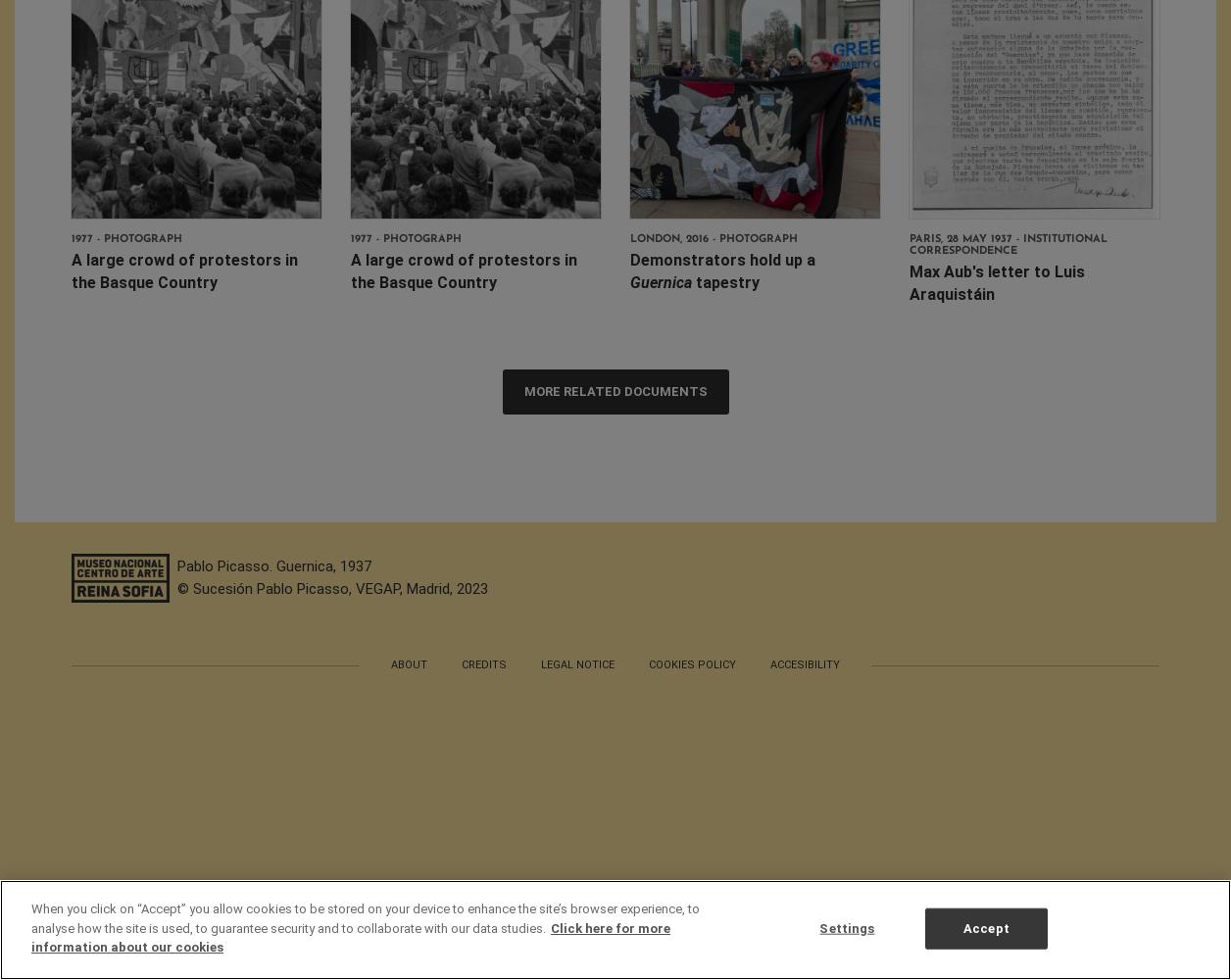 This screenshot has height=980, width=1231. I want to click on 'Legal notice', so click(576, 663).